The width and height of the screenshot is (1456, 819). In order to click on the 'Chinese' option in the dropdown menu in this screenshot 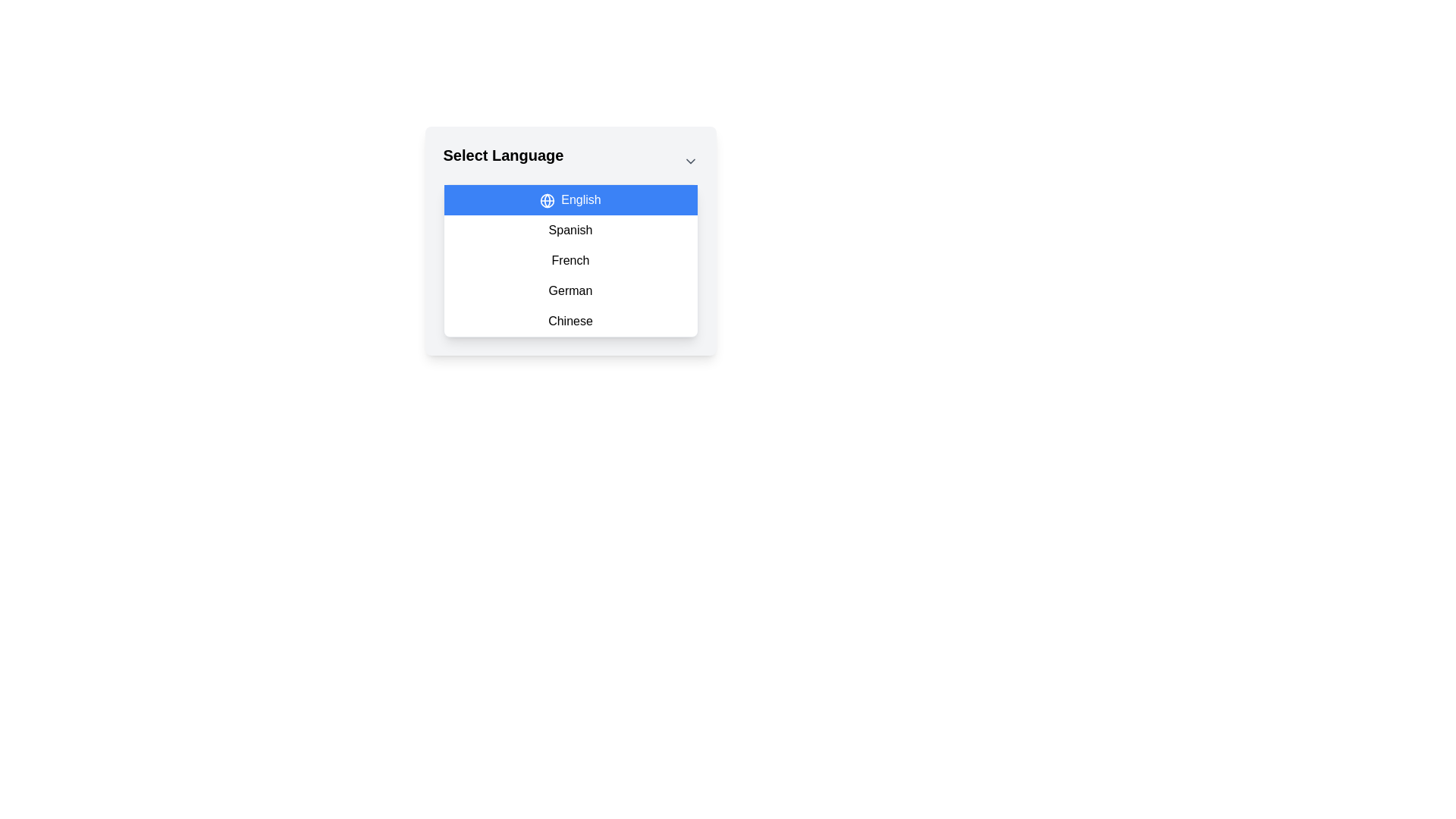, I will do `click(570, 321)`.